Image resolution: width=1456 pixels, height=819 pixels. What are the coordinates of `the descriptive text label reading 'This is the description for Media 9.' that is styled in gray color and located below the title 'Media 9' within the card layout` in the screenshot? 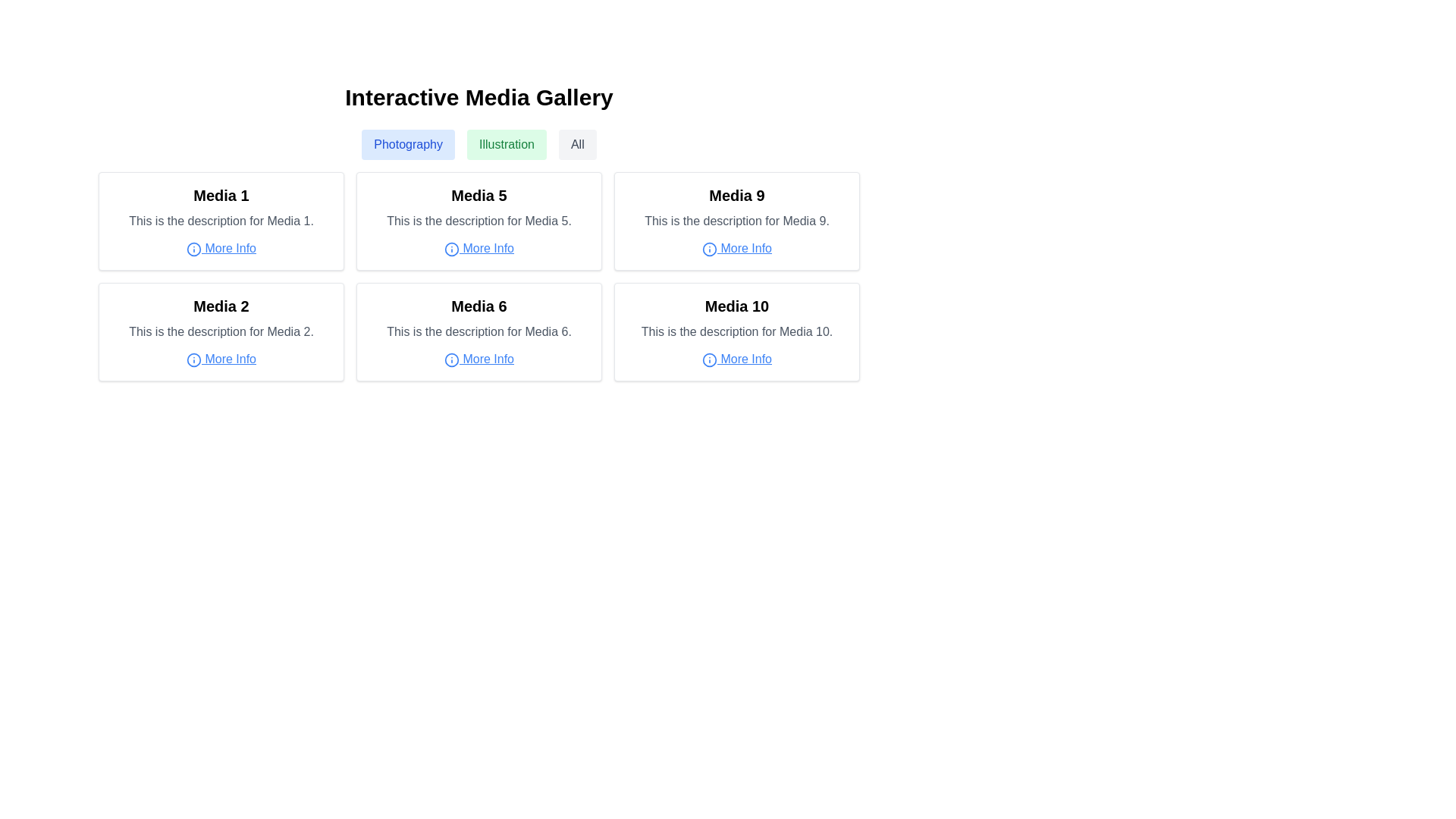 It's located at (736, 221).